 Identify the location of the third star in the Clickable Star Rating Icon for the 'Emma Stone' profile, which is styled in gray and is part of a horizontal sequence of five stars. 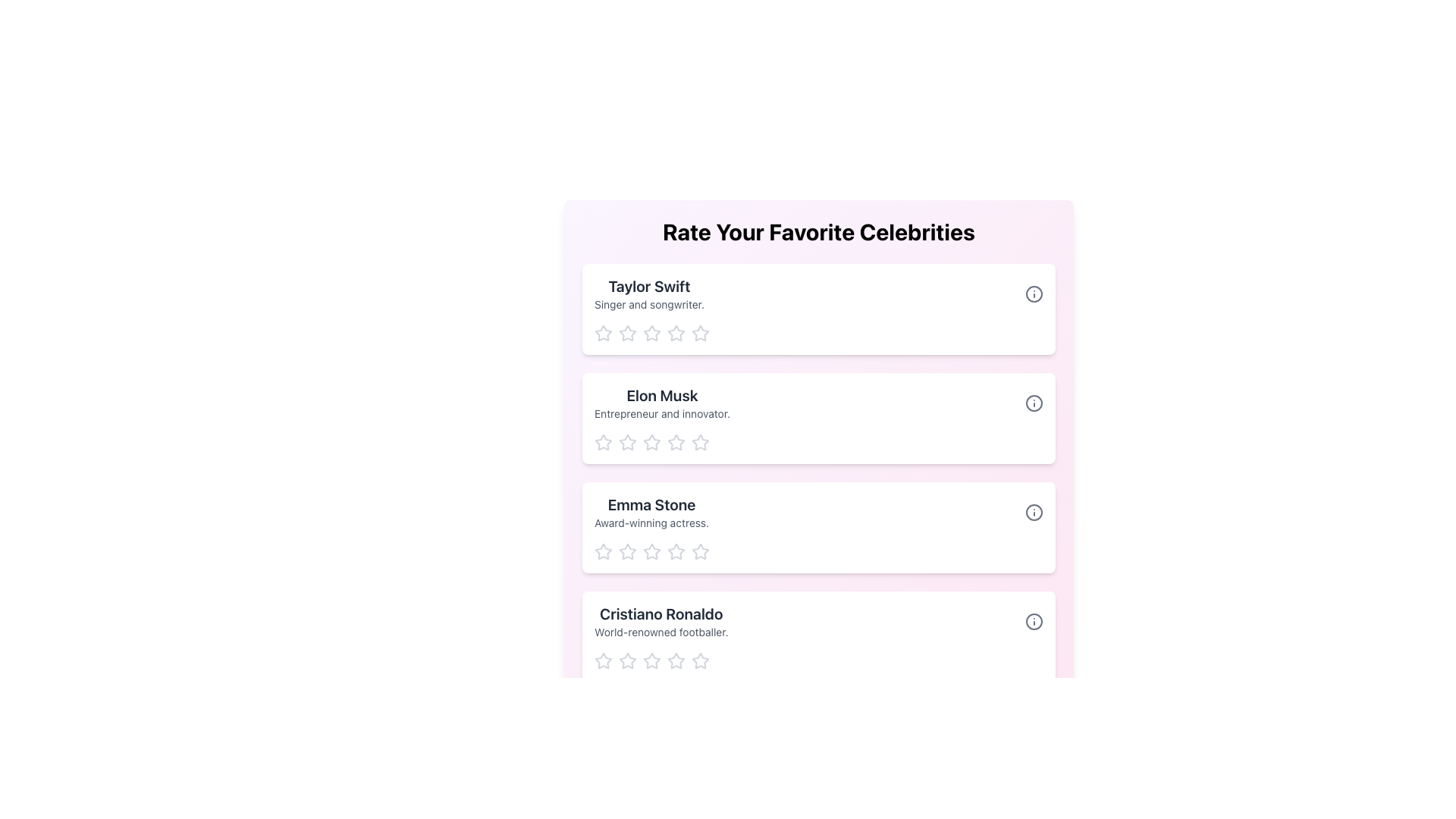
(651, 552).